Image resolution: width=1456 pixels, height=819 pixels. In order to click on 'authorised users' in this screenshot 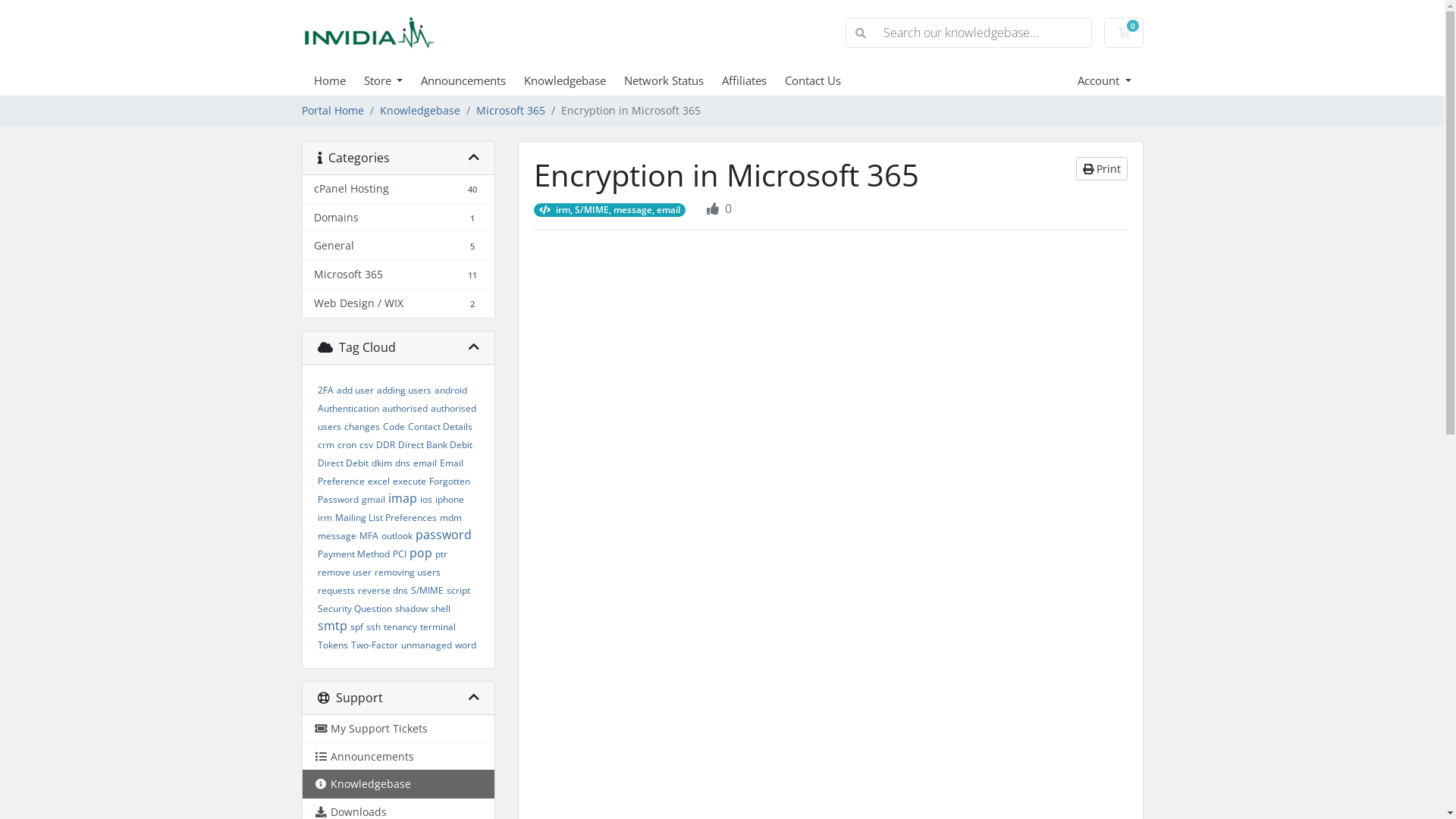, I will do `click(396, 417)`.